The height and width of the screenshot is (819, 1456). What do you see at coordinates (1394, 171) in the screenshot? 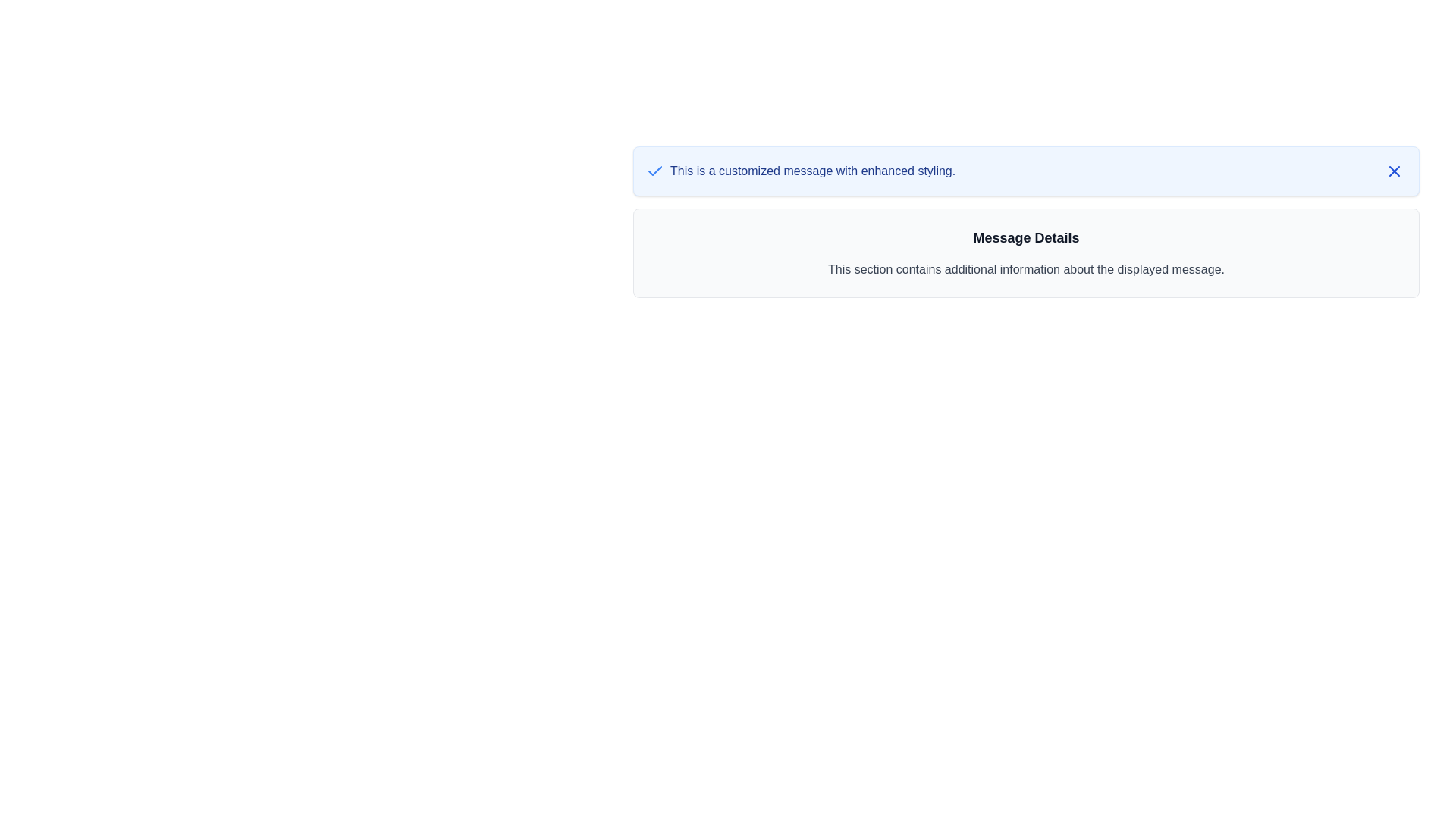
I see `the circular button with a blue 'X' icon at the top right corner of the notification message` at bounding box center [1394, 171].